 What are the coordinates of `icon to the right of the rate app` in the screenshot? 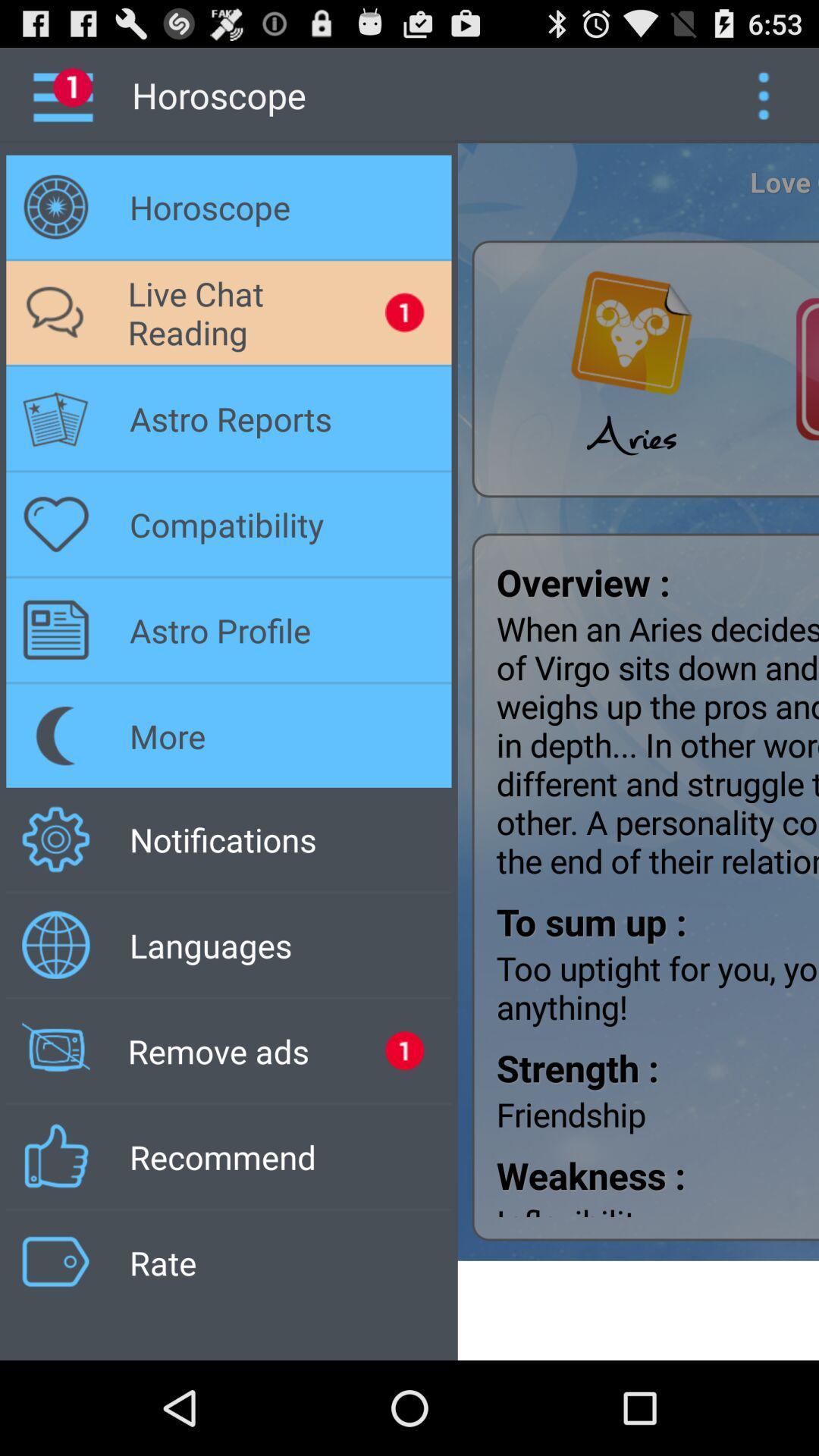 It's located at (638, 1310).